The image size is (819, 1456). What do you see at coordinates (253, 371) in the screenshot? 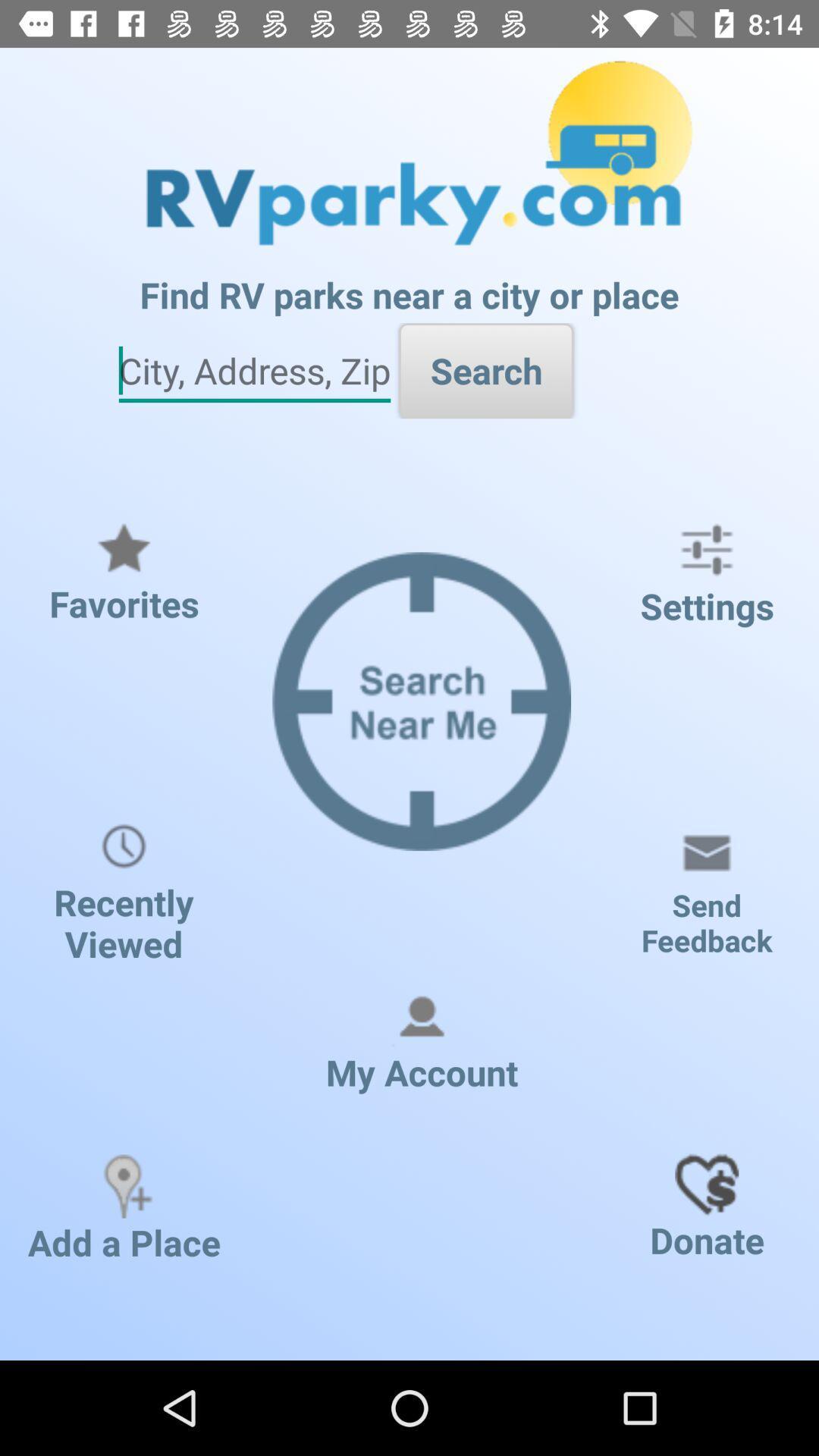
I see `city/address/zip` at bounding box center [253, 371].